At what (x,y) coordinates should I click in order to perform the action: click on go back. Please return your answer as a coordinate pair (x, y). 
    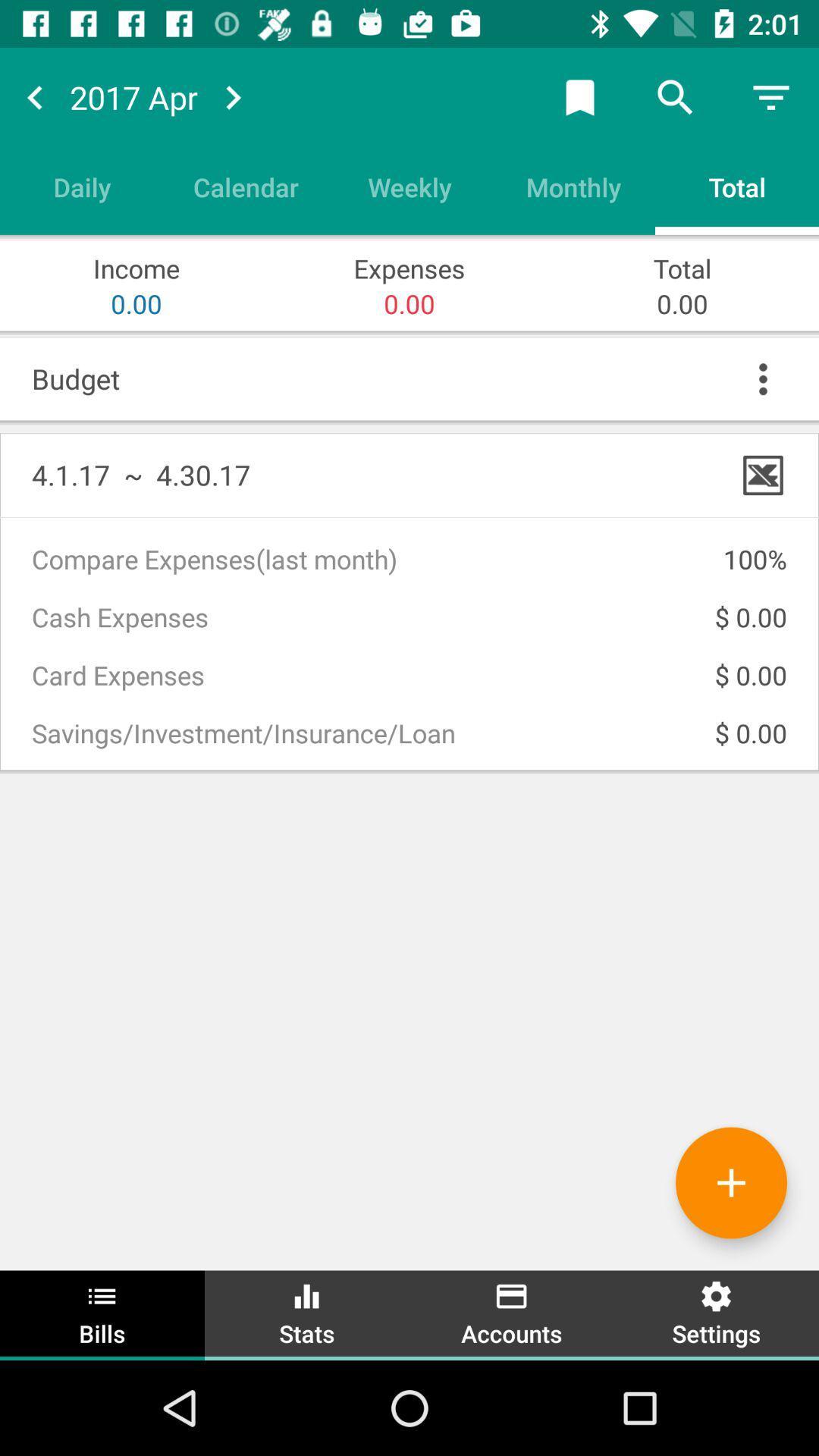
    Looking at the image, I should click on (34, 96).